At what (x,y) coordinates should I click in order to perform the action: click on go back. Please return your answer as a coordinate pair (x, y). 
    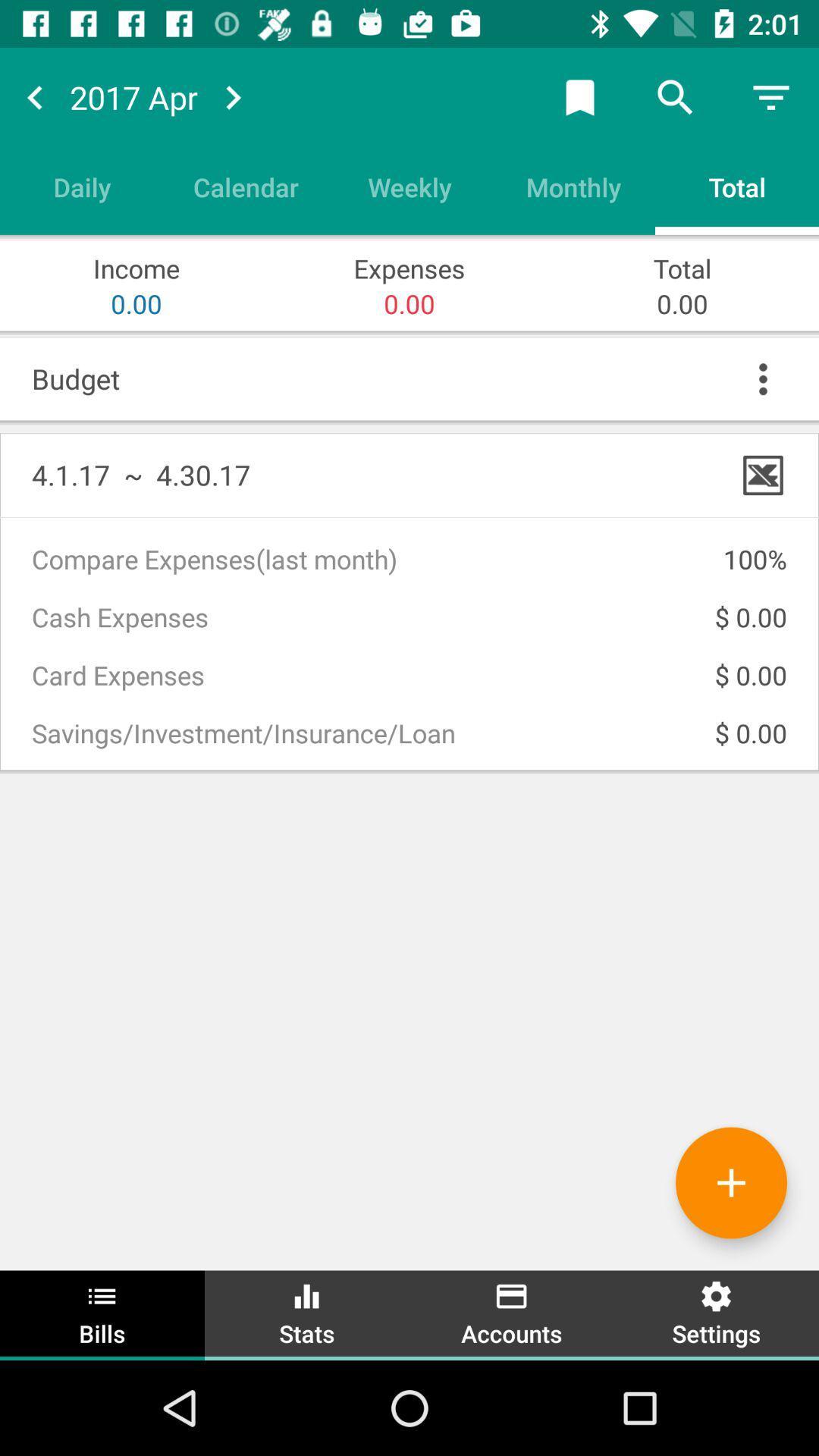
    Looking at the image, I should click on (34, 96).